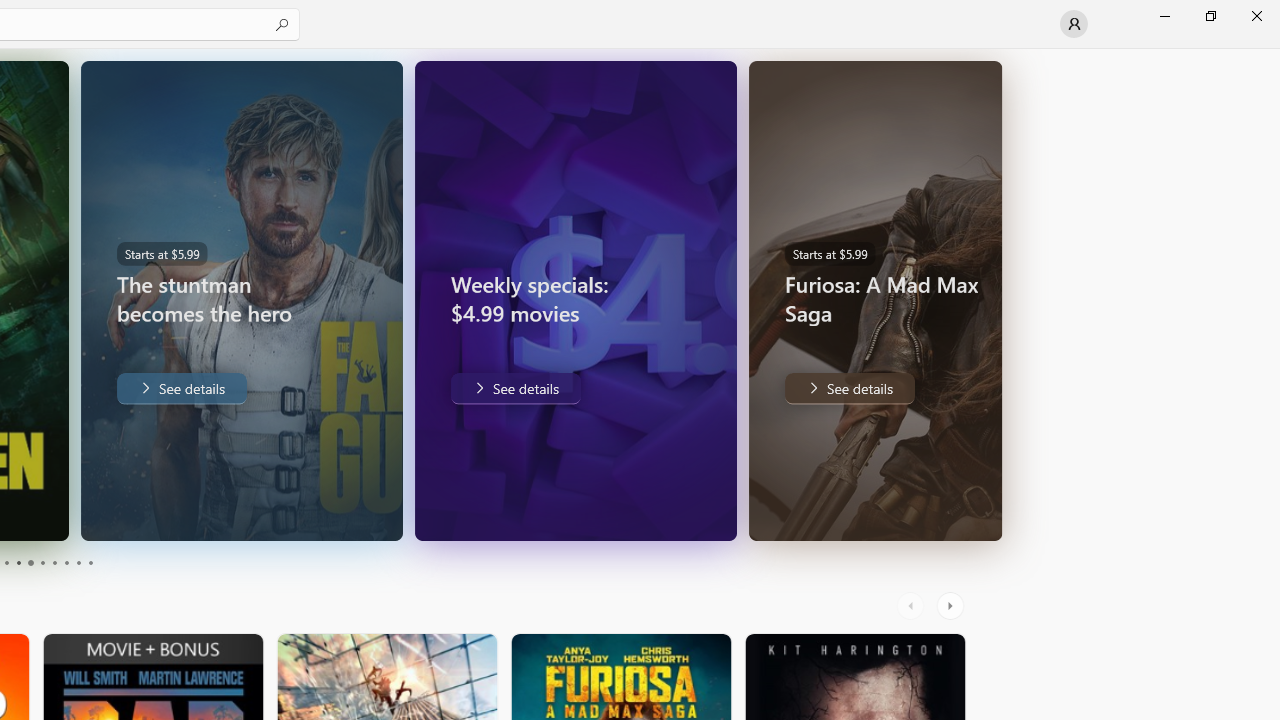  I want to click on 'Page 9', so click(78, 563).